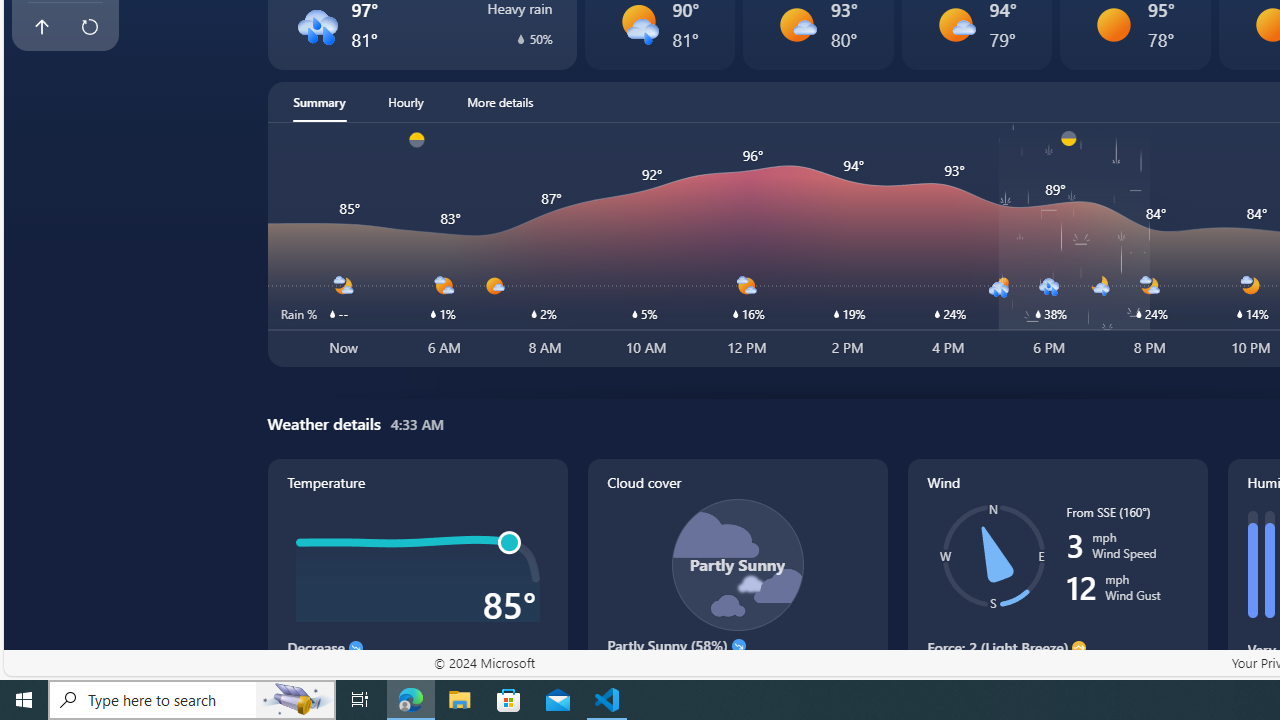 This screenshot has width=1280, height=720. What do you see at coordinates (41, 27) in the screenshot?
I see `'Back to top'` at bounding box center [41, 27].